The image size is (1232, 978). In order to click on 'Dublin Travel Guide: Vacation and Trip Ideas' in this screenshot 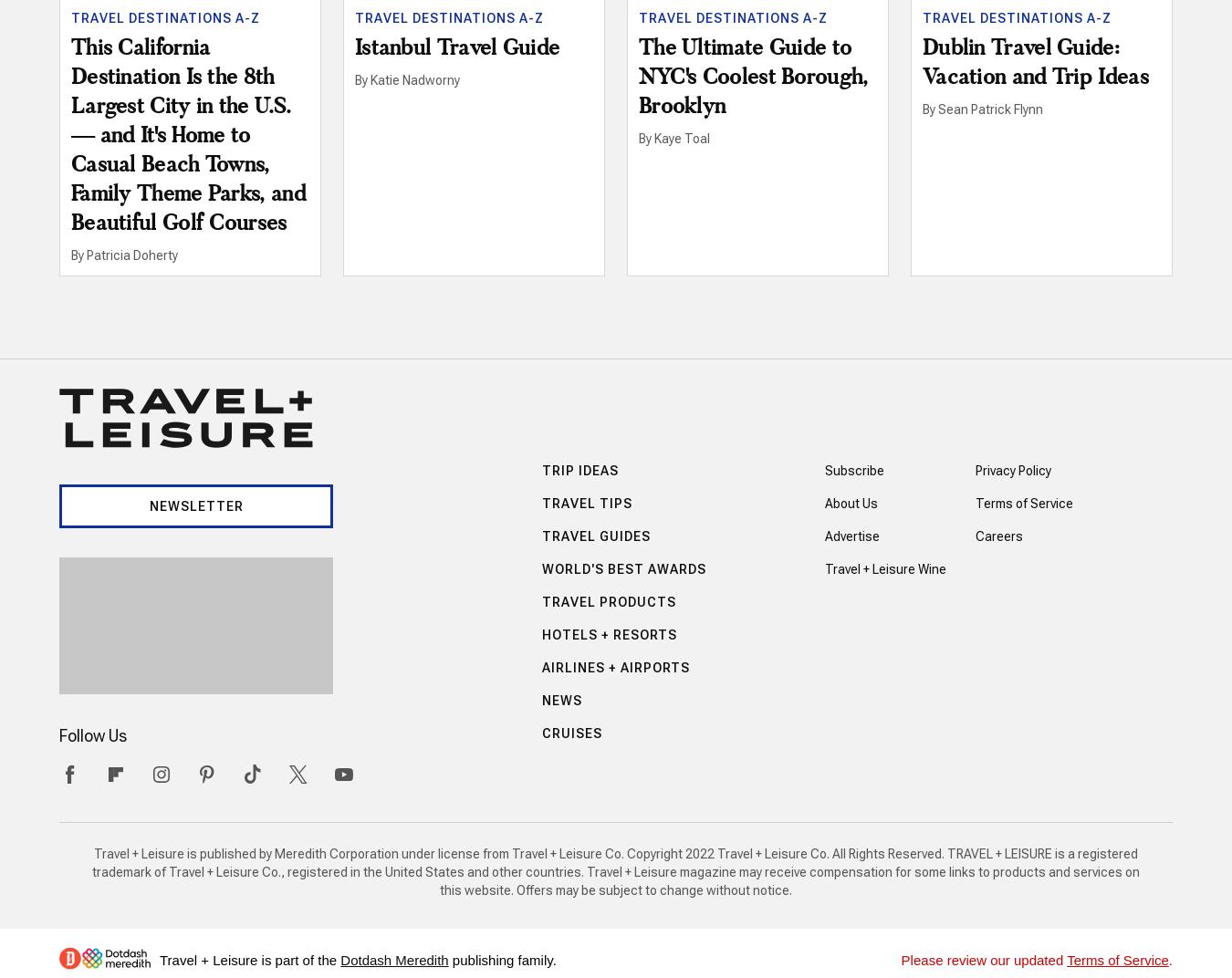, I will do `click(1034, 63)`.